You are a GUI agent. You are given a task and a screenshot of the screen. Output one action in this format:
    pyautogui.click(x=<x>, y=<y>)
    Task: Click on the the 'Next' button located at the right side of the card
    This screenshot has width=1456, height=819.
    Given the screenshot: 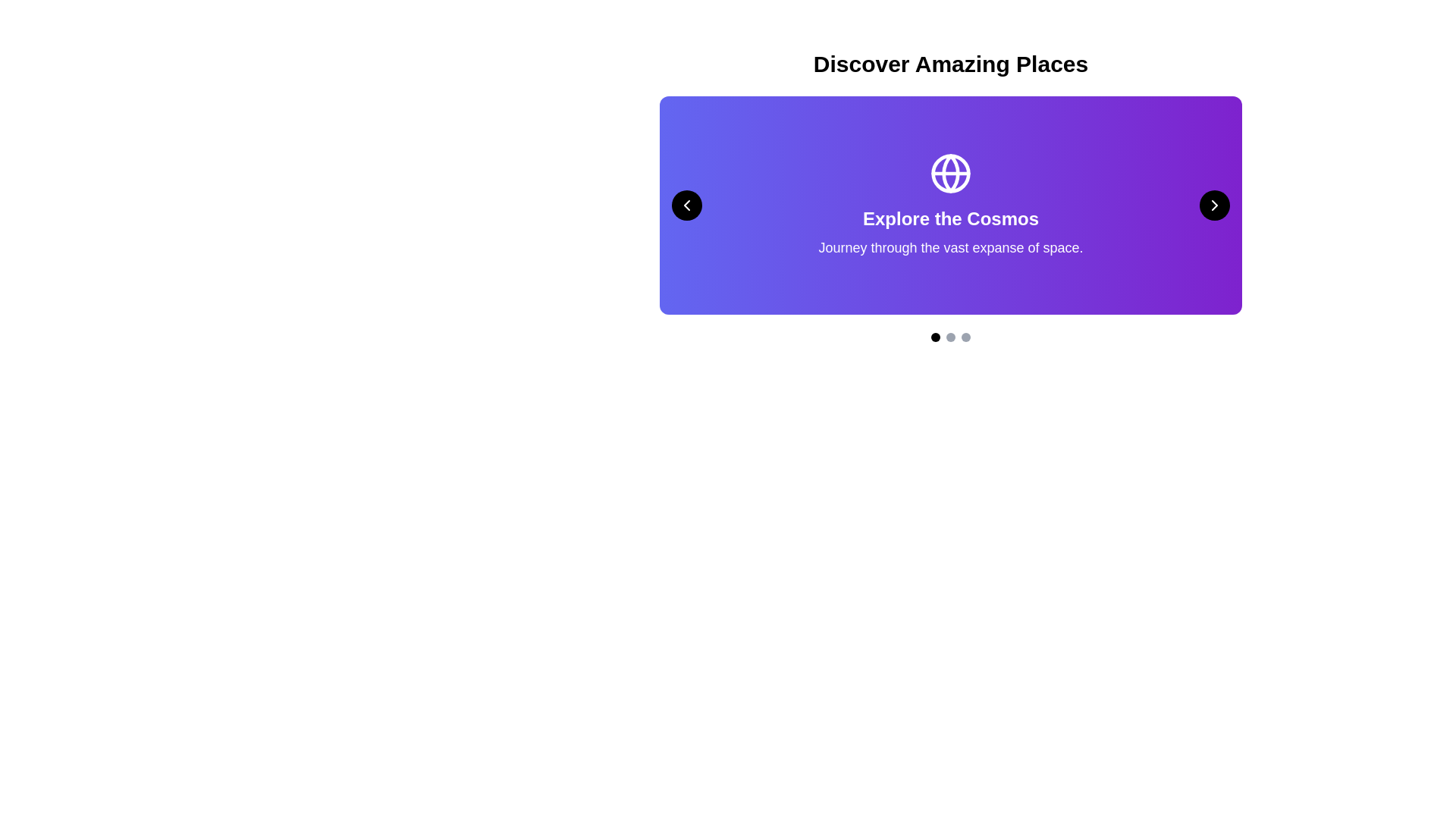 What is the action you would take?
    pyautogui.click(x=1215, y=205)
    